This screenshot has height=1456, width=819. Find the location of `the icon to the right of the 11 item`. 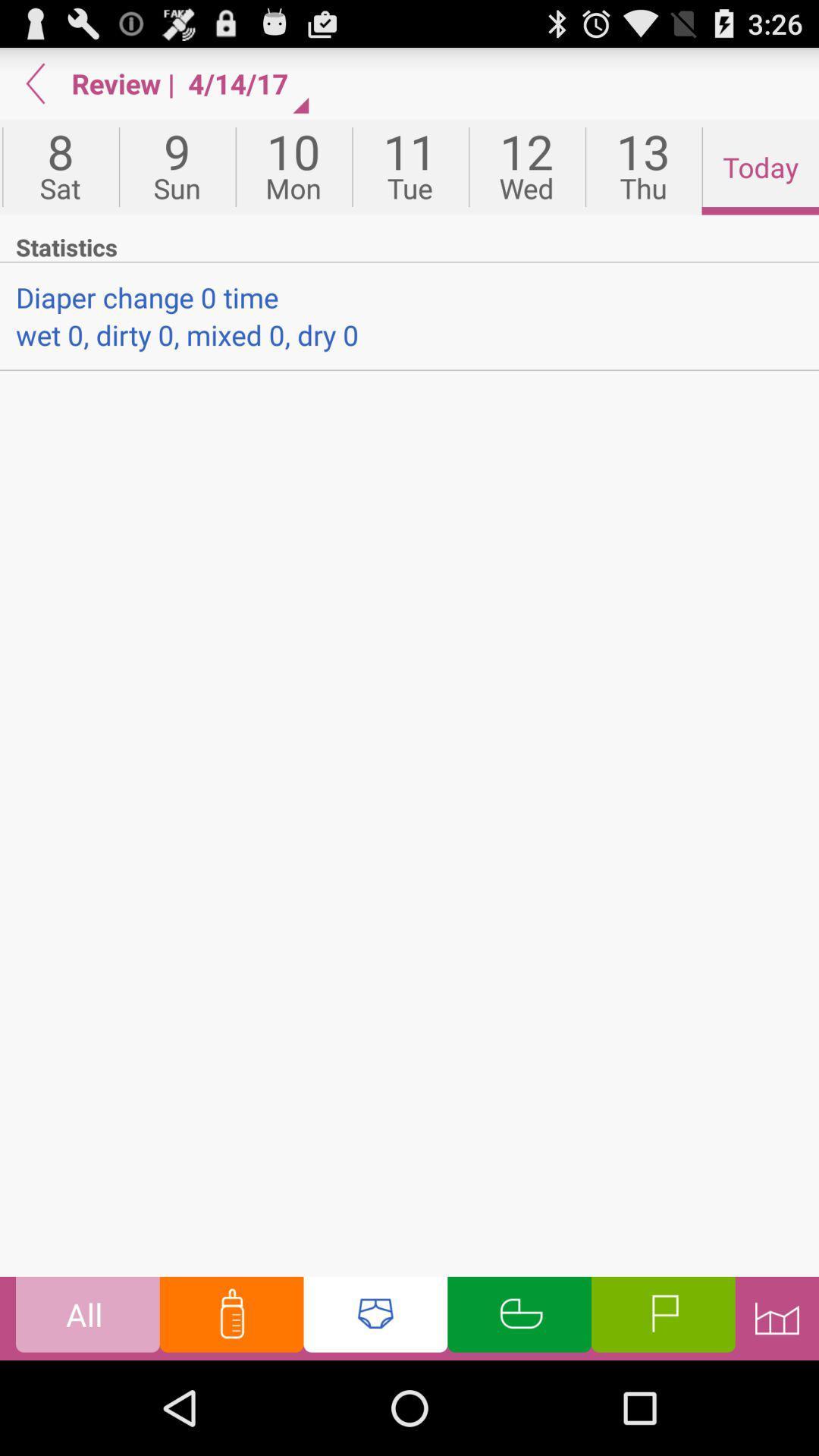

the icon to the right of the 11 item is located at coordinates (526, 167).